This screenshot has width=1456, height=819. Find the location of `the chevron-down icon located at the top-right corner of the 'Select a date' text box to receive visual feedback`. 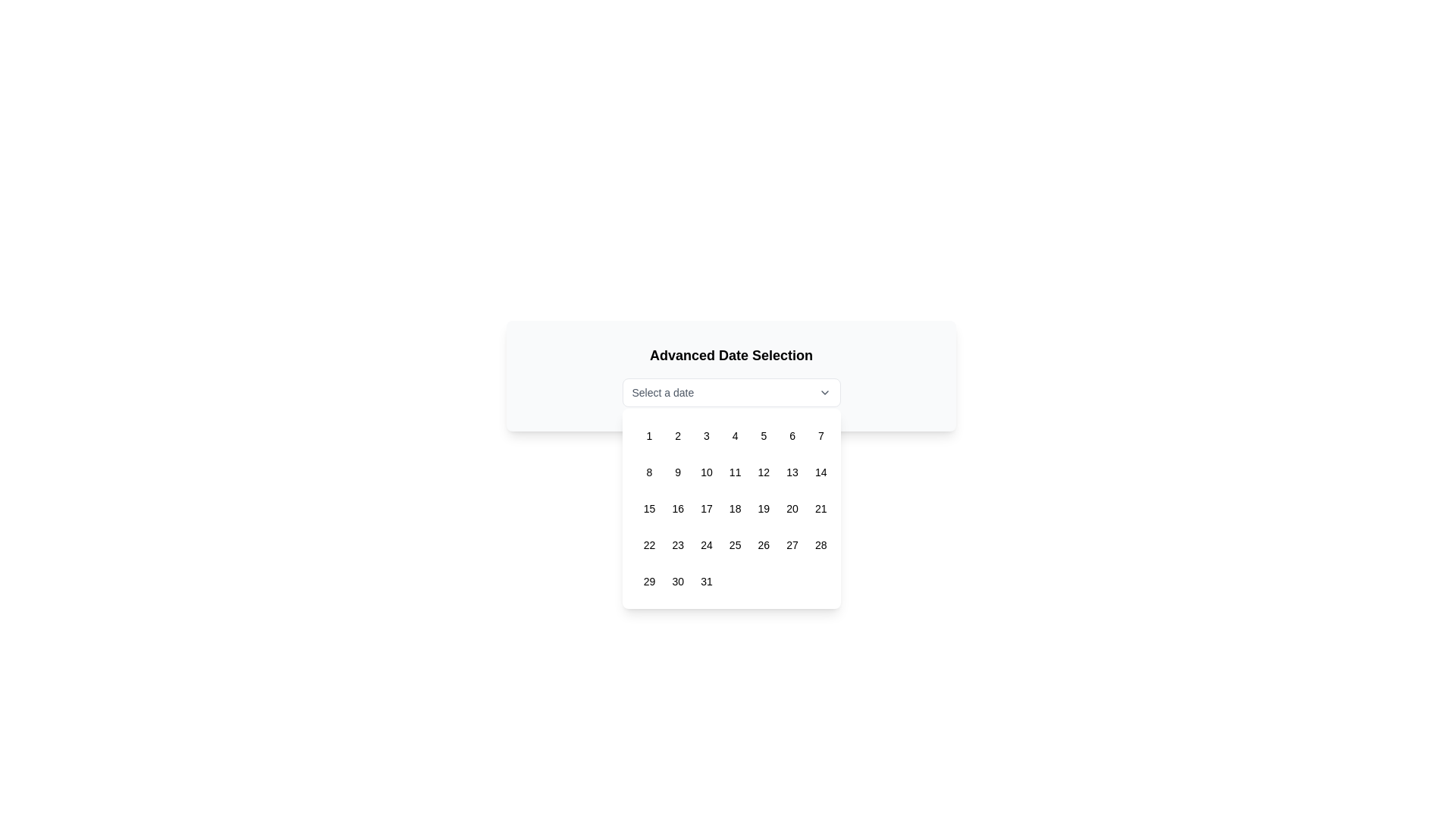

the chevron-down icon located at the top-right corner of the 'Select a date' text box to receive visual feedback is located at coordinates (824, 391).